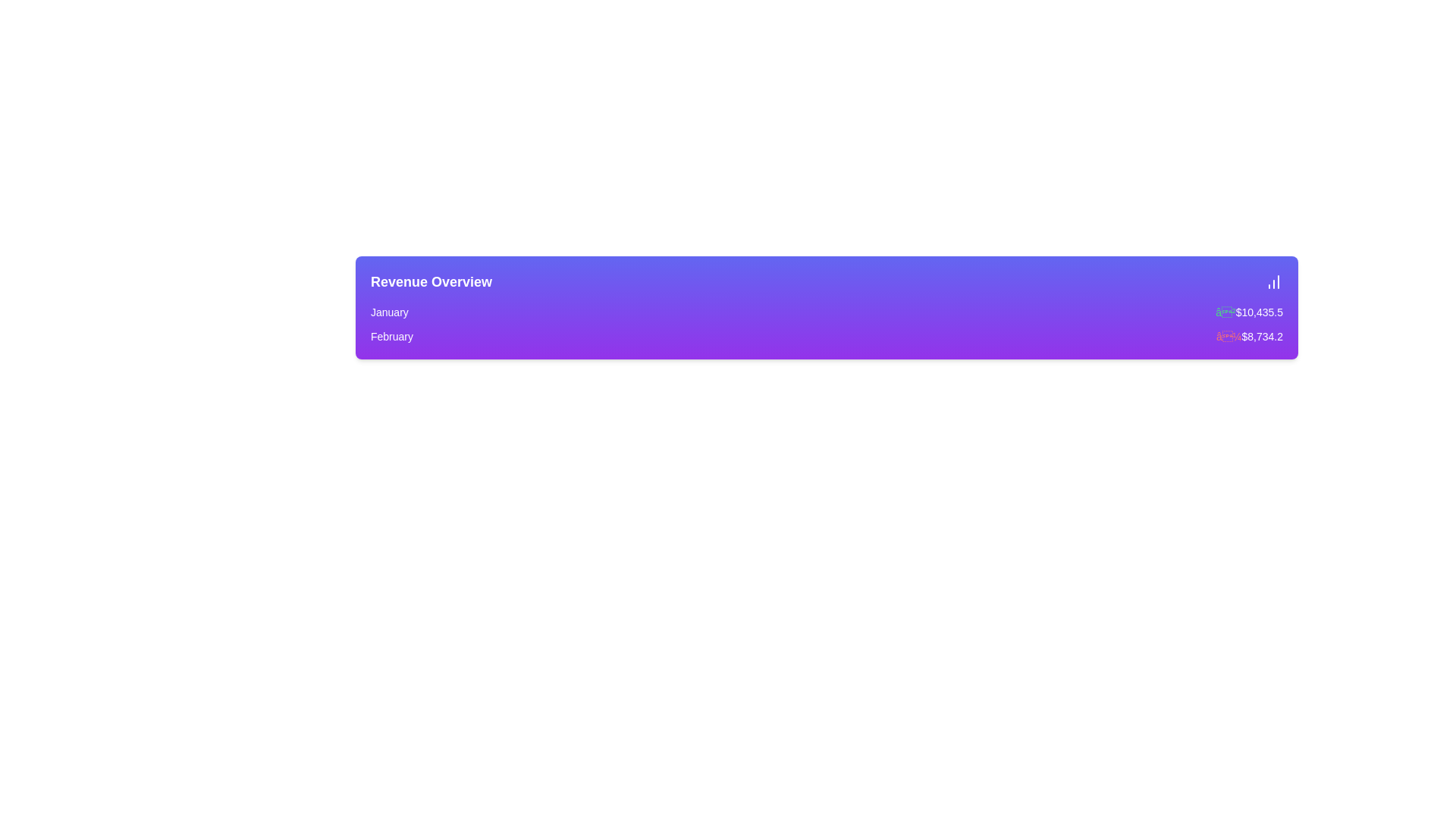 This screenshot has height=819, width=1456. Describe the element at coordinates (1249, 312) in the screenshot. I see `monetary value '$10,435.5' displayed next to the green upward triangle icon, which is positioned prominently on a purple gradient background, aligned with the 'January' label` at that location.